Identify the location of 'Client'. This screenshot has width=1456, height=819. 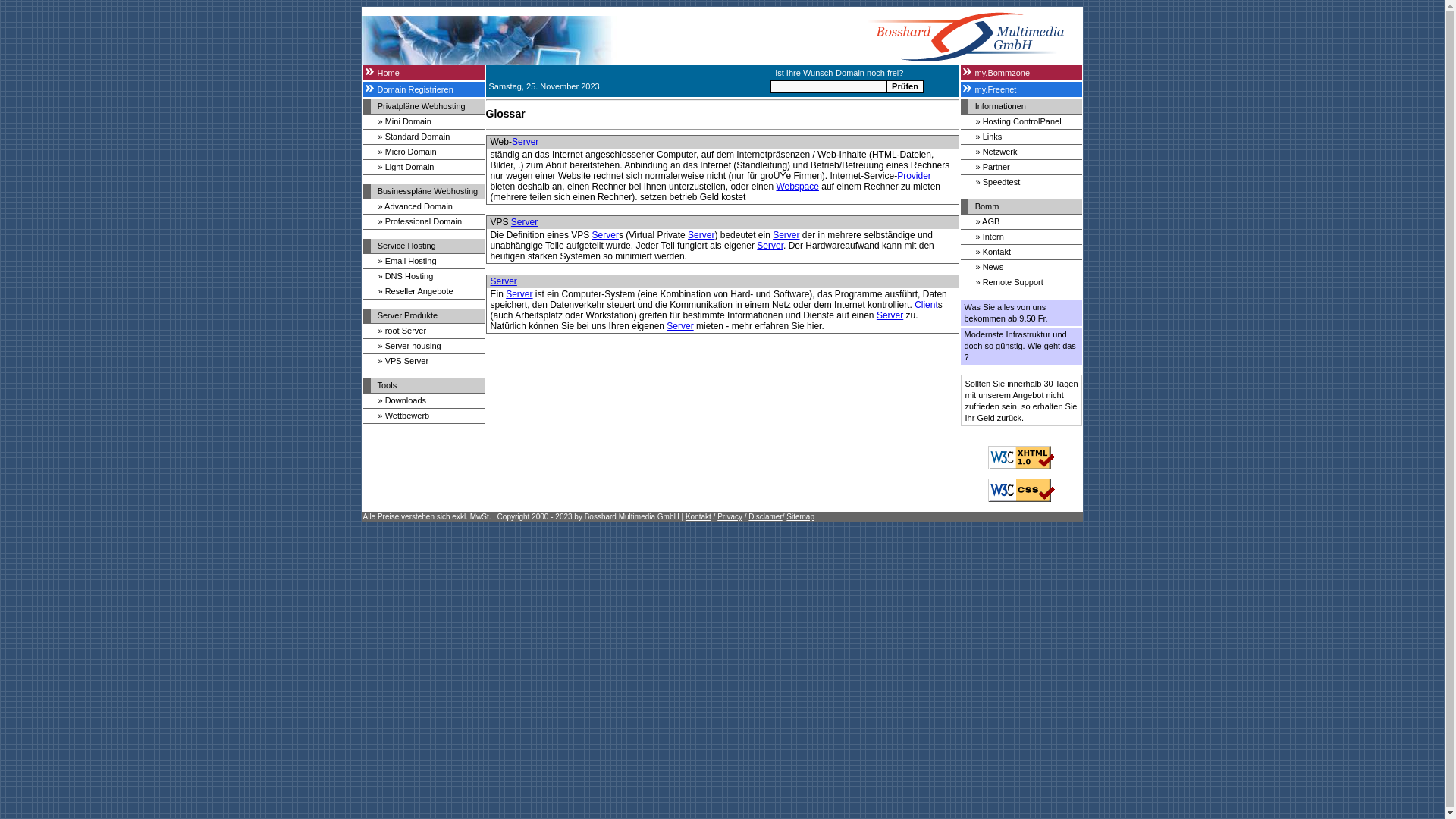
(925, 304).